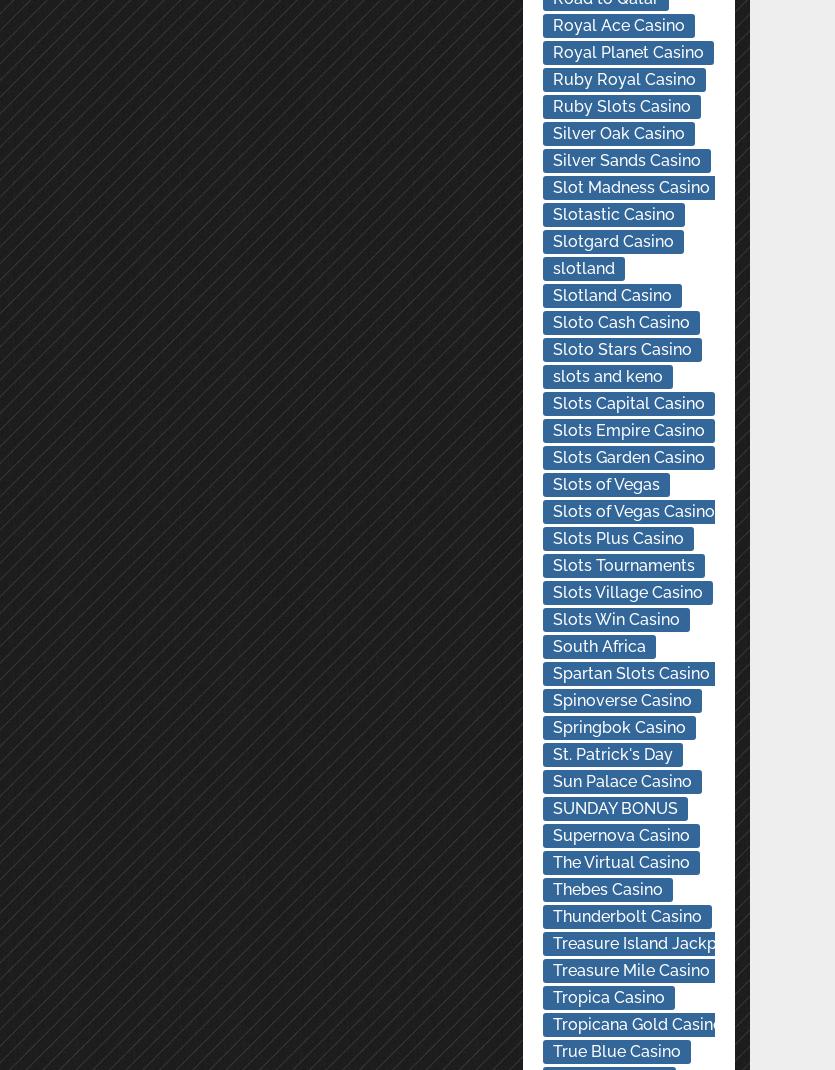 The width and height of the screenshot is (835, 1070). Describe the element at coordinates (552, 349) in the screenshot. I see `'Sloto Stars Casino'` at that location.